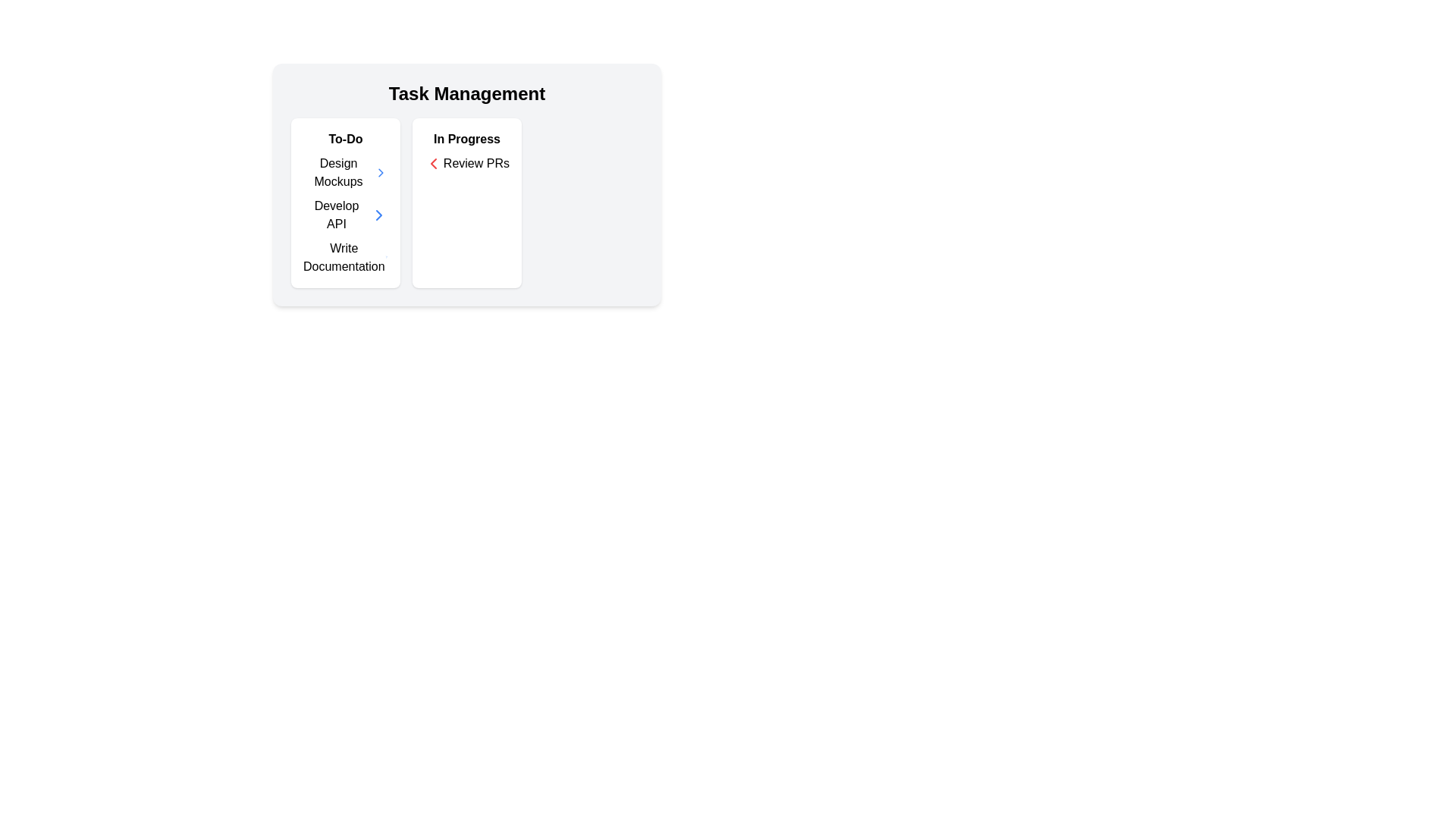 This screenshot has width=1456, height=819. I want to click on the 'In Progress' card which features a bold title and a red arrow icon next to the subtitle 'Review PRs', so click(466, 202).